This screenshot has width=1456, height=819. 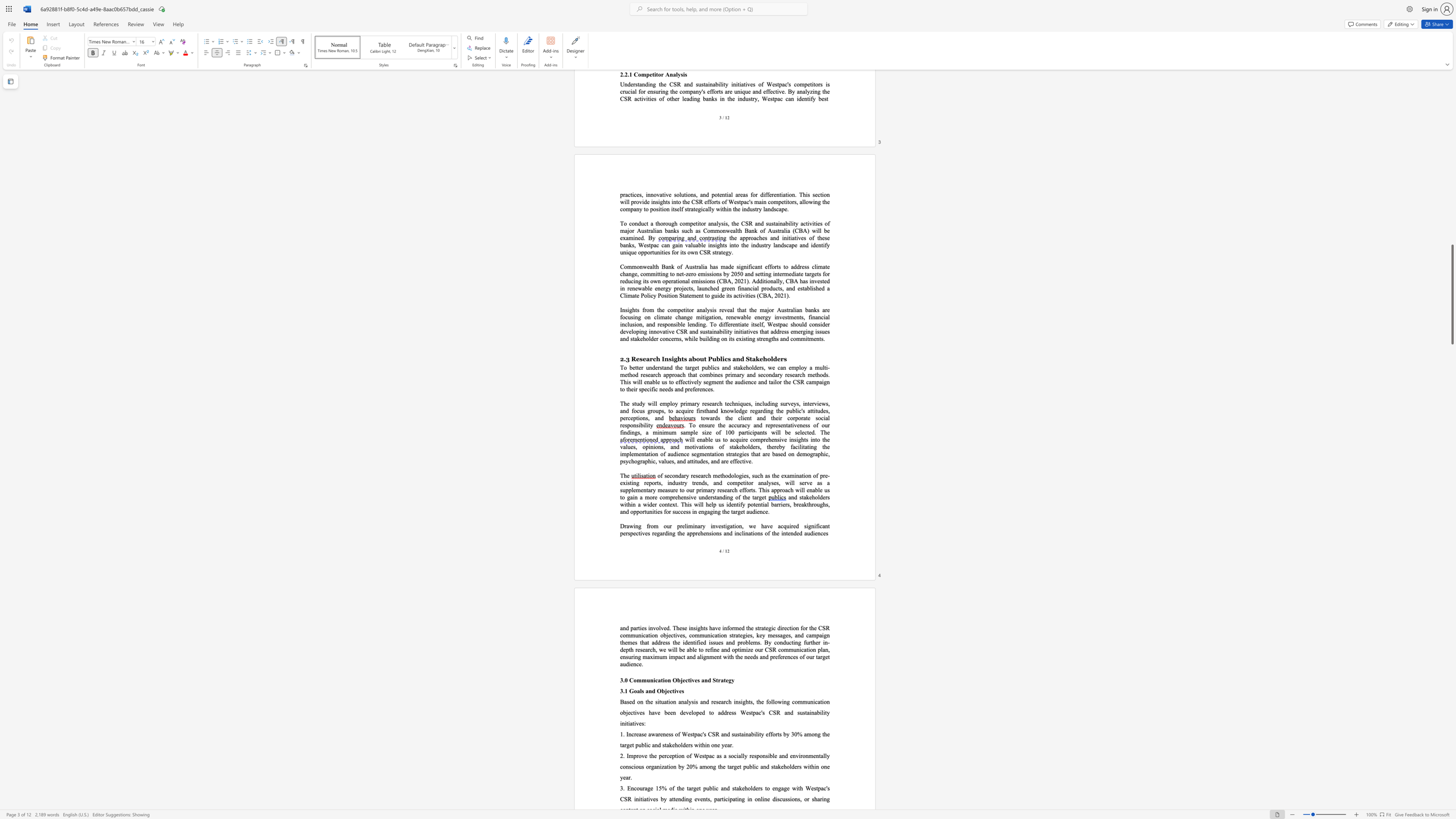 What do you see at coordinates (775, 504) in the screenshot?
I see `the 2th character "a" in the text` at bounding box center [775, 504].